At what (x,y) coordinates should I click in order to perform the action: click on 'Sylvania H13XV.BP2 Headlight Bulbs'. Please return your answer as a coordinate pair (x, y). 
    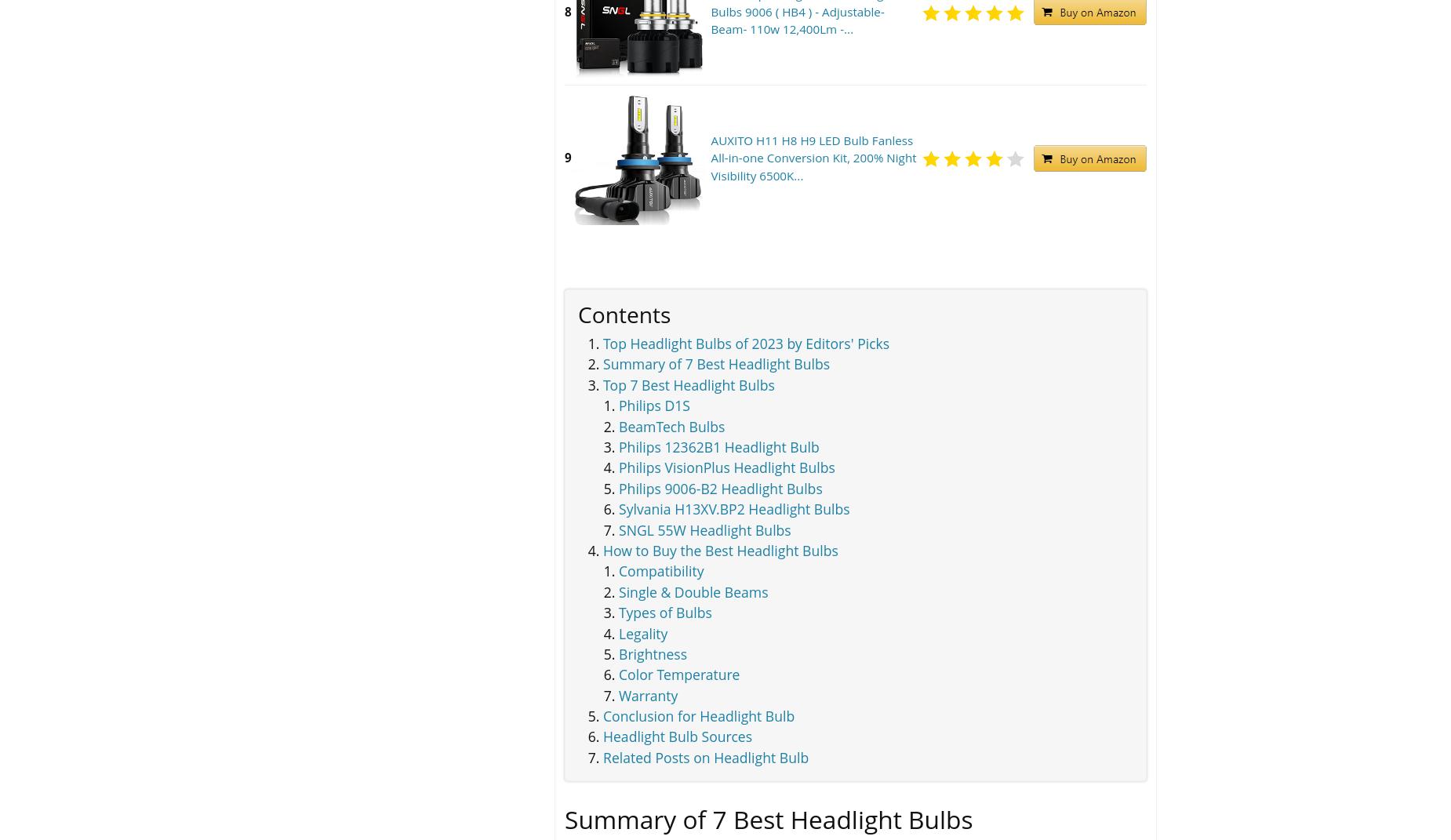
    Looking at the image, I should click on (733, 508).